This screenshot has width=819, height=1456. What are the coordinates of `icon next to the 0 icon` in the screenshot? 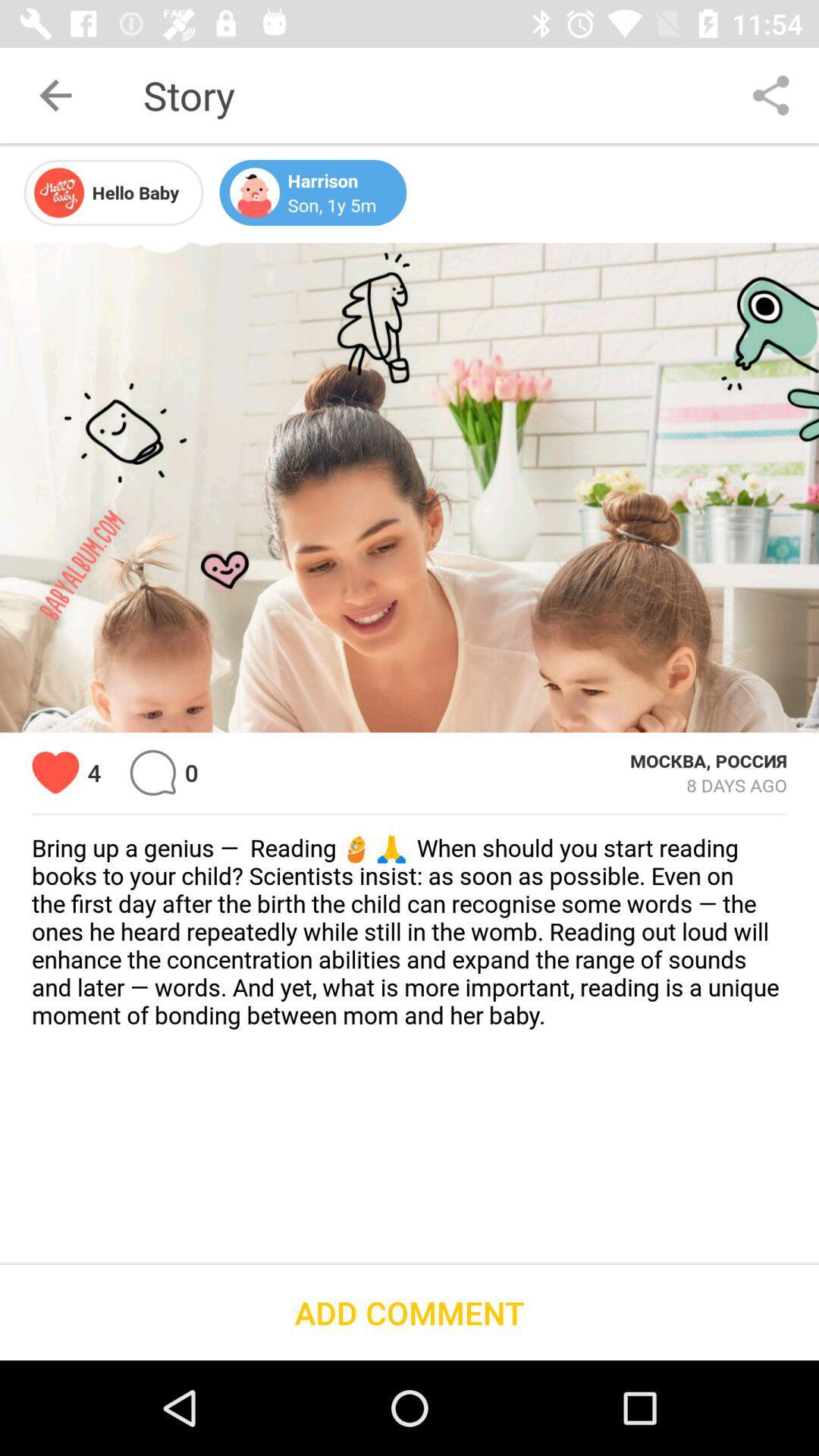 It's located at (152, 773).